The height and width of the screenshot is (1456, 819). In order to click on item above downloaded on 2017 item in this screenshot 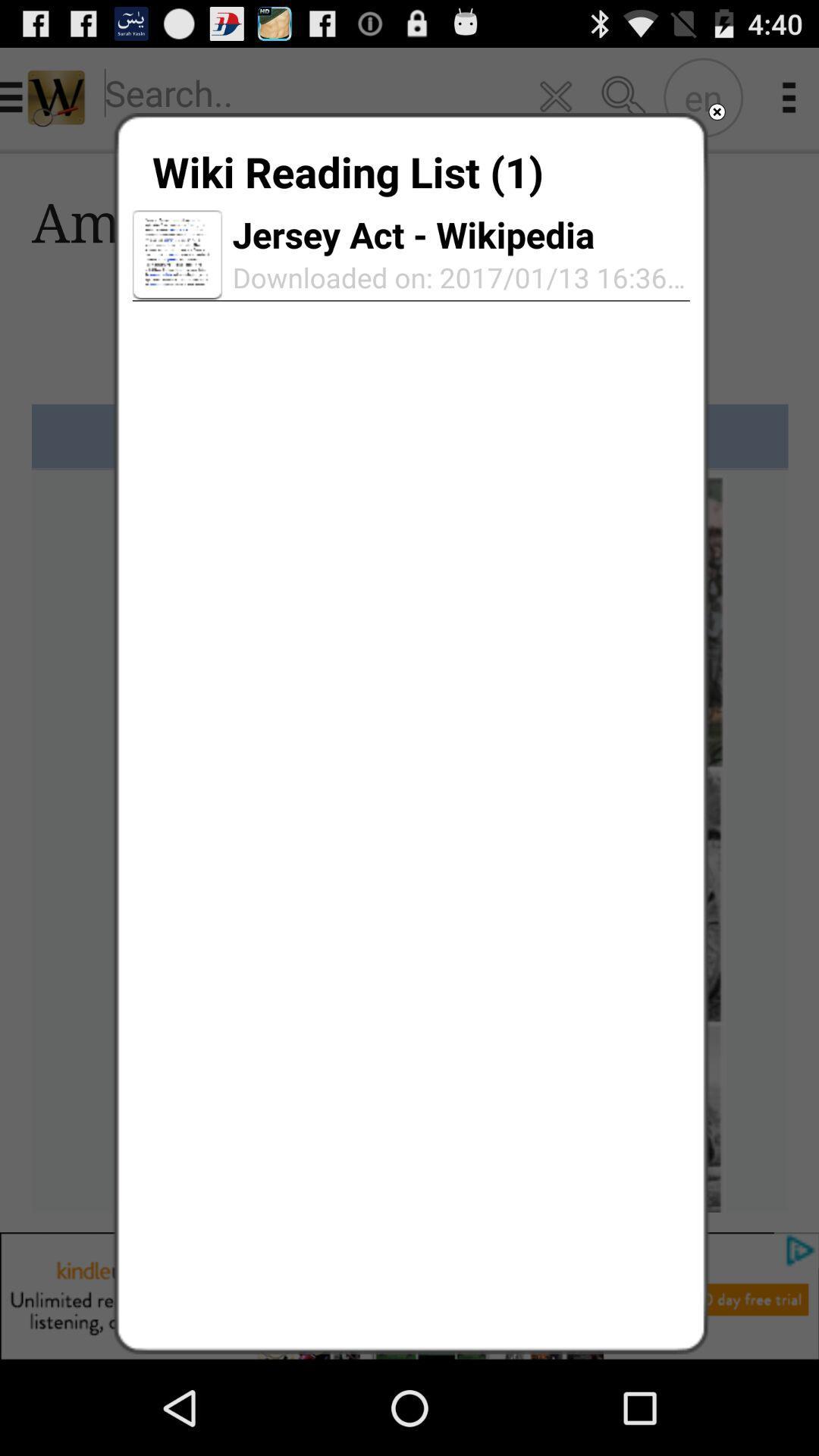, I will do `click(413, 234)`.